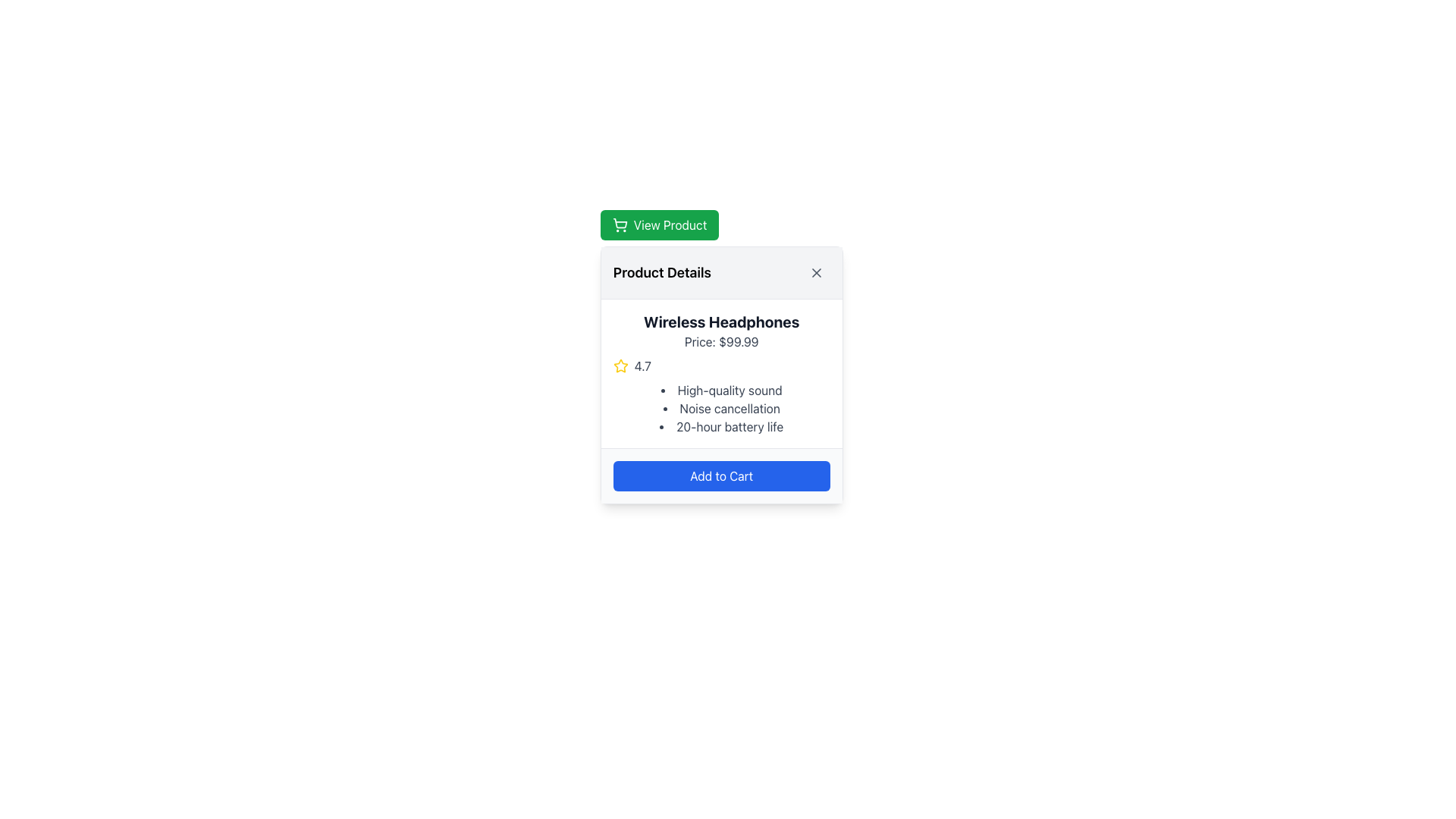 The width and height of the screenshot is (1456, 819). Describe the element at coordinates (815, 271) in the screenshot. I see `the close button, which is an SVG icon embedded in a light gray circular button located in the top-right corner of the 'Product Details' modal dialog` at that location.